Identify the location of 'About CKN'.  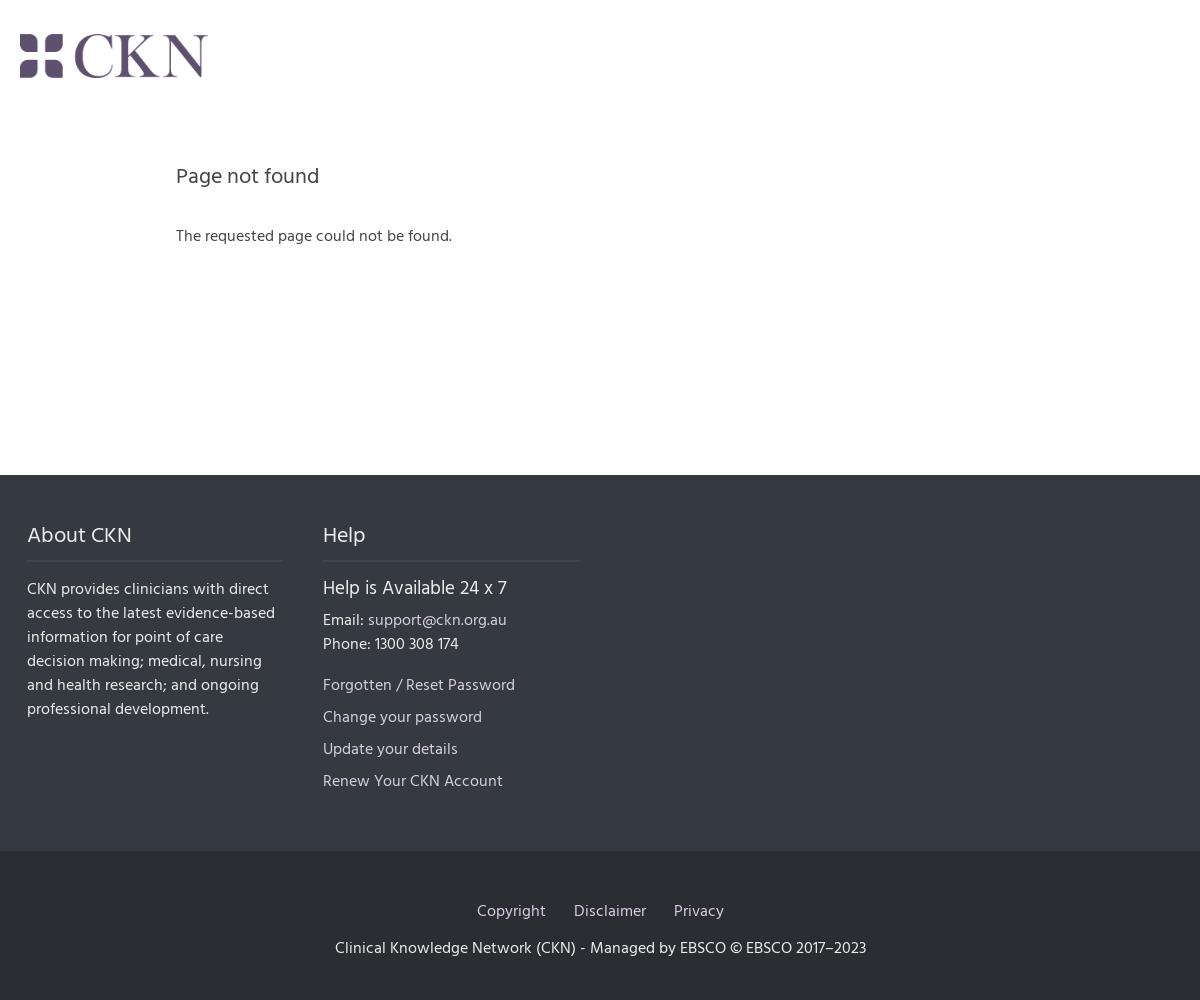
(26, 535).